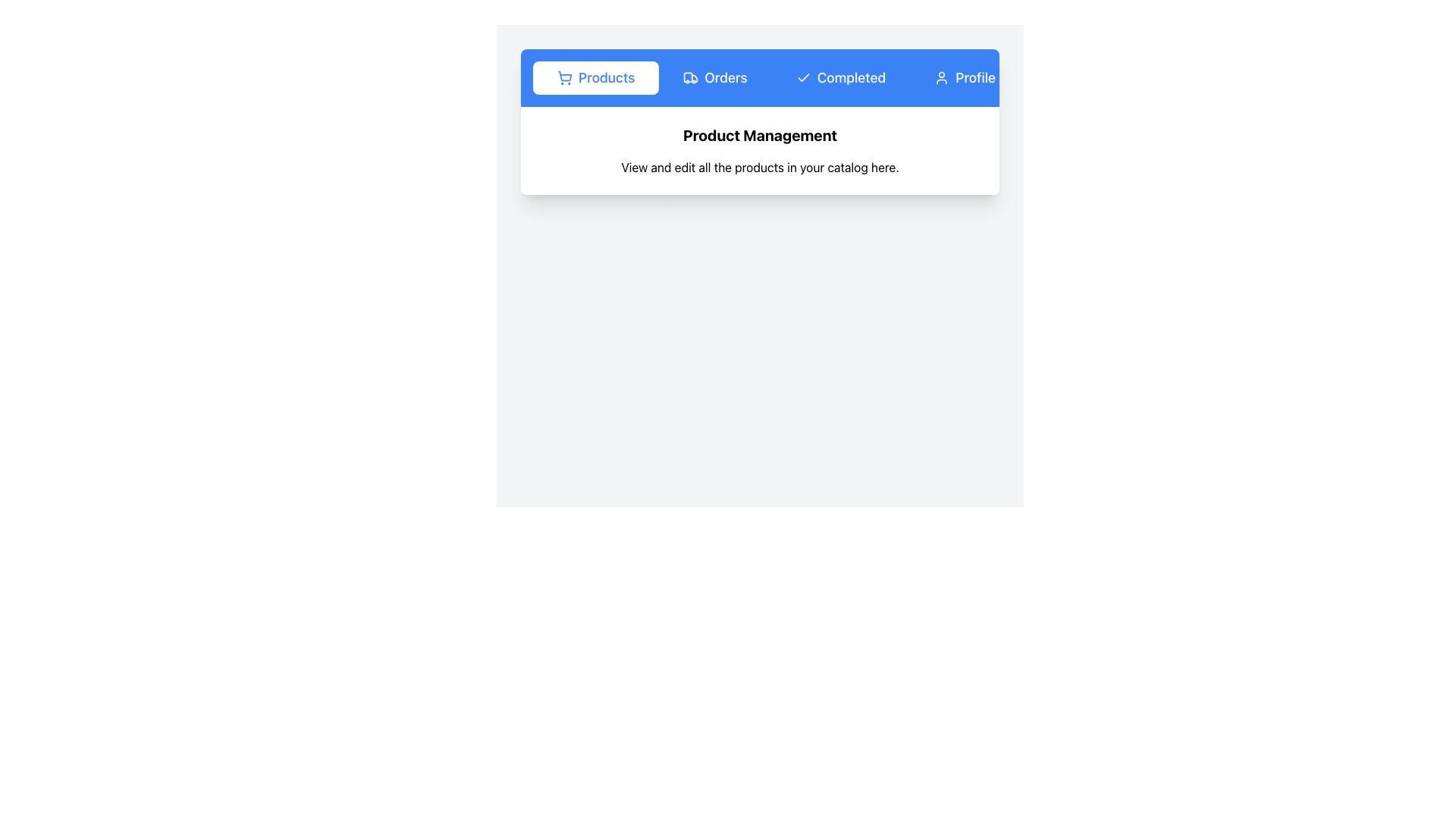  Describe the element at coordinates (839, 78) in the screenshot. I see `the filter button for completed items, which is the third button from the left, located between the 'Orders' and 'Profile' buttons` at that location.